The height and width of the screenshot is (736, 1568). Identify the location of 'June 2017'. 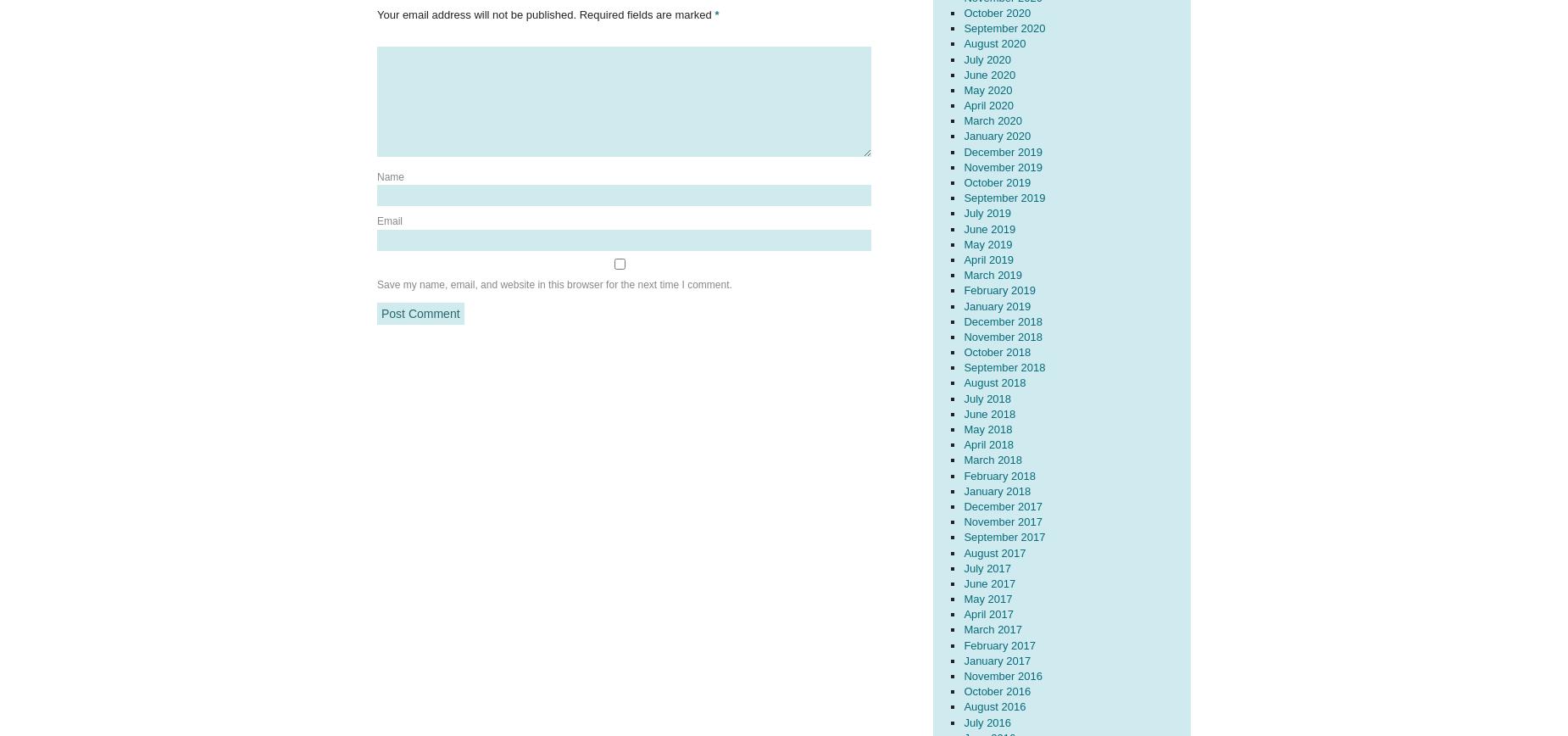
(988, 583).